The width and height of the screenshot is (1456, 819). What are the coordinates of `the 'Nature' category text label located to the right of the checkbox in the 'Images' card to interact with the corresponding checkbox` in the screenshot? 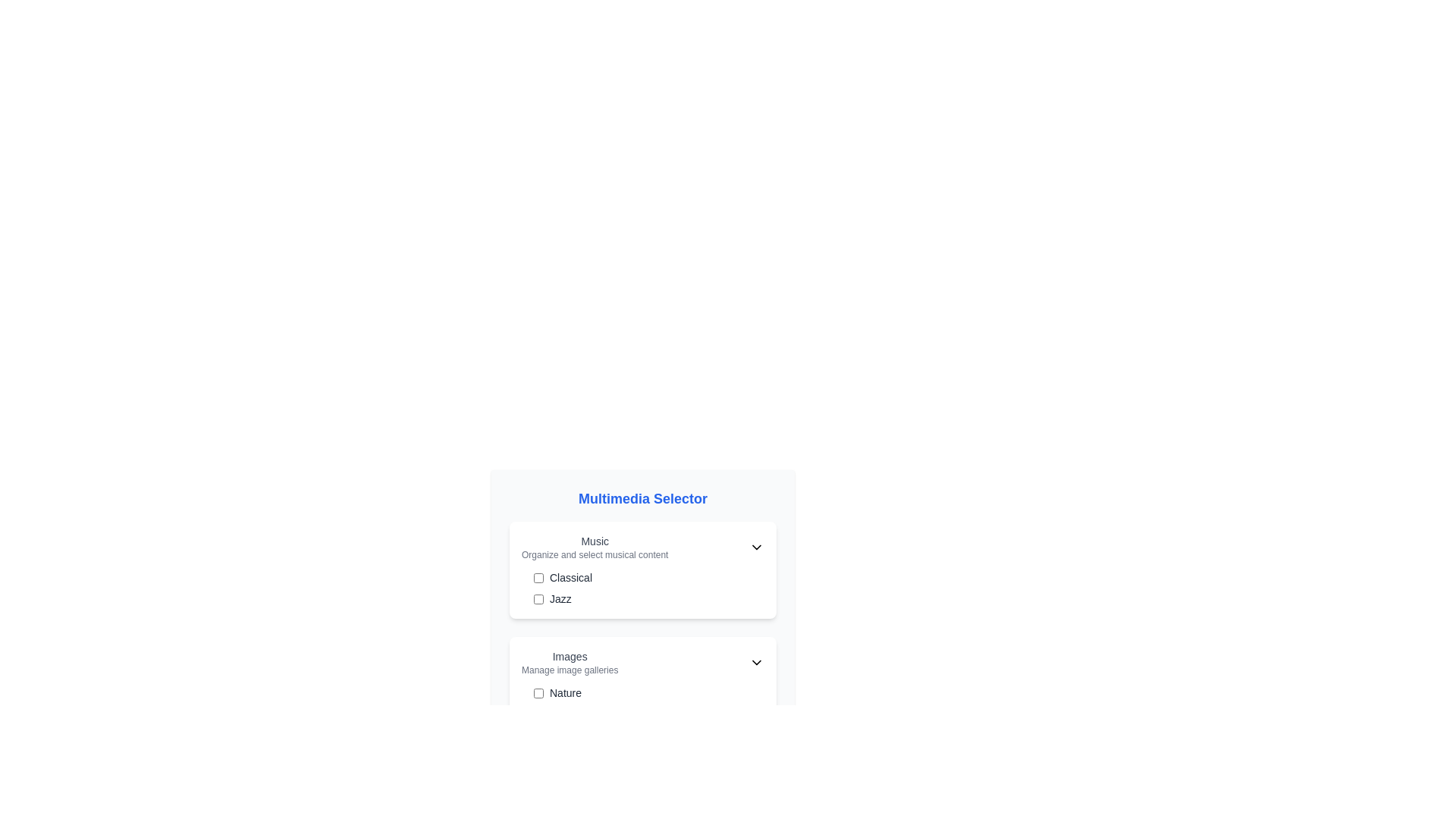 It's located at (564, 693).